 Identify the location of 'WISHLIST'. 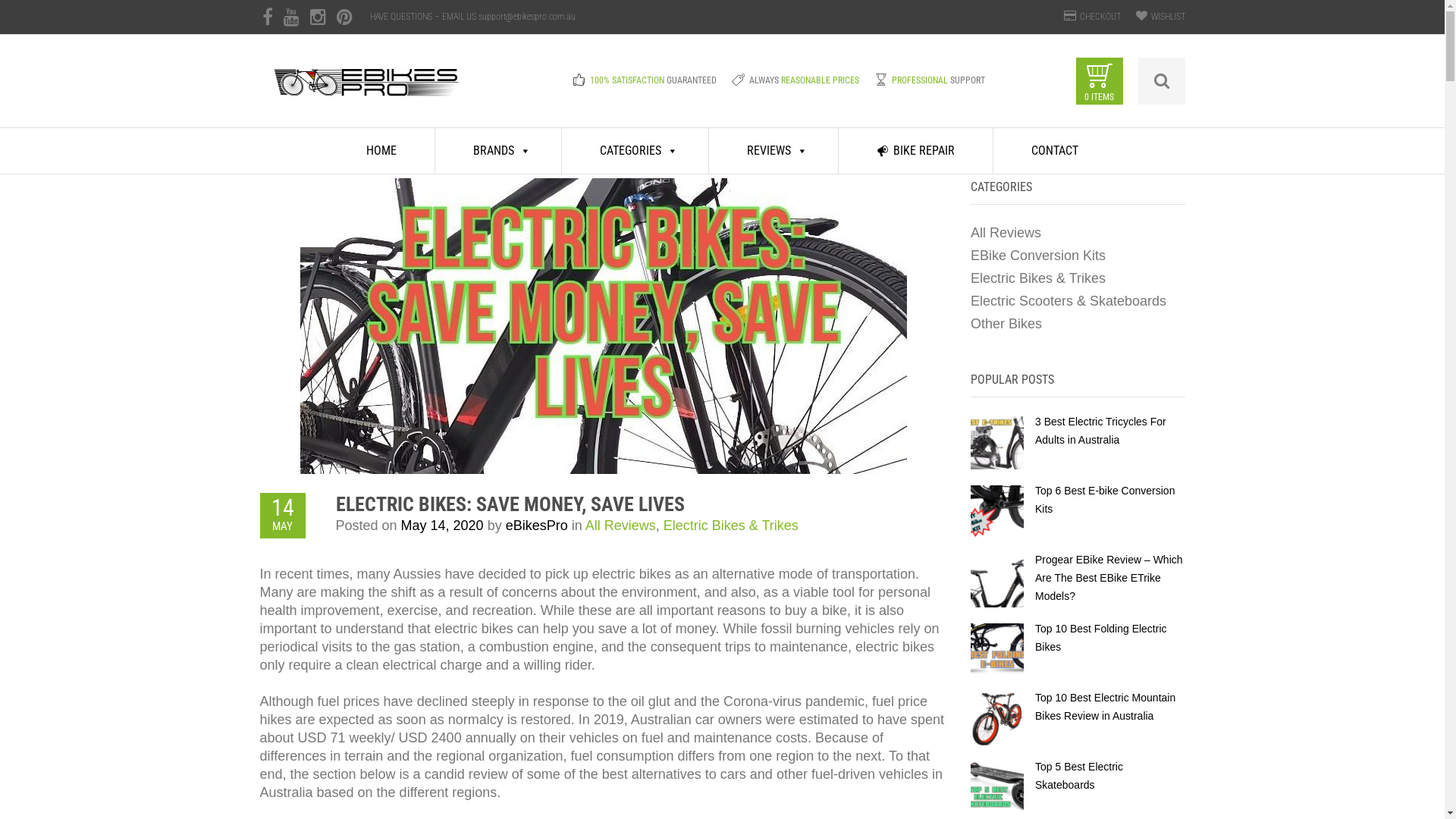
(1167, 17).